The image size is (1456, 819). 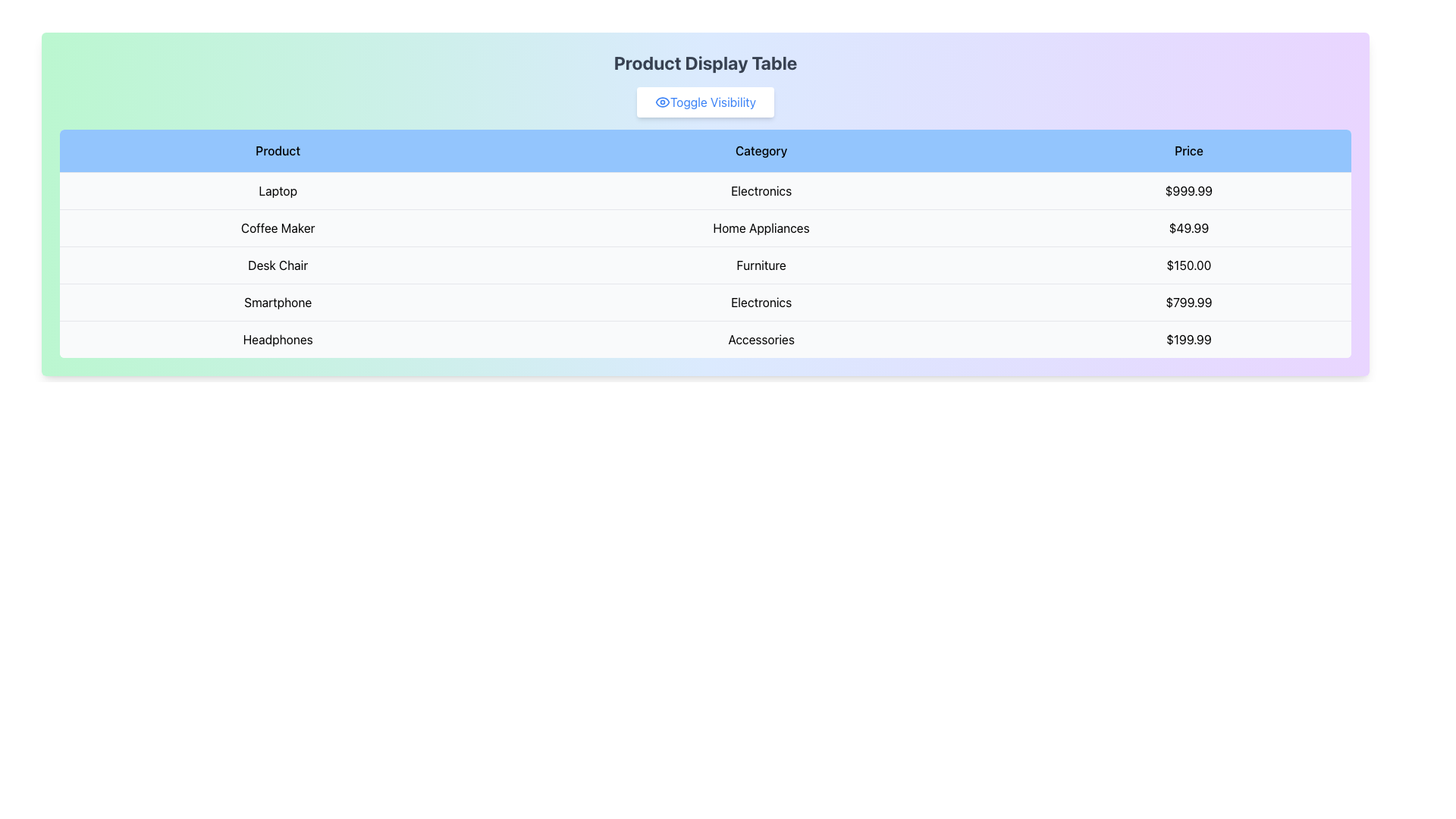 What do you see at coordinates (278, 227) in the screenshot?
I see `the text label displaying the product name located in the second row under the 'Product' header of the table-like structure` at bounding box center [278, 227].